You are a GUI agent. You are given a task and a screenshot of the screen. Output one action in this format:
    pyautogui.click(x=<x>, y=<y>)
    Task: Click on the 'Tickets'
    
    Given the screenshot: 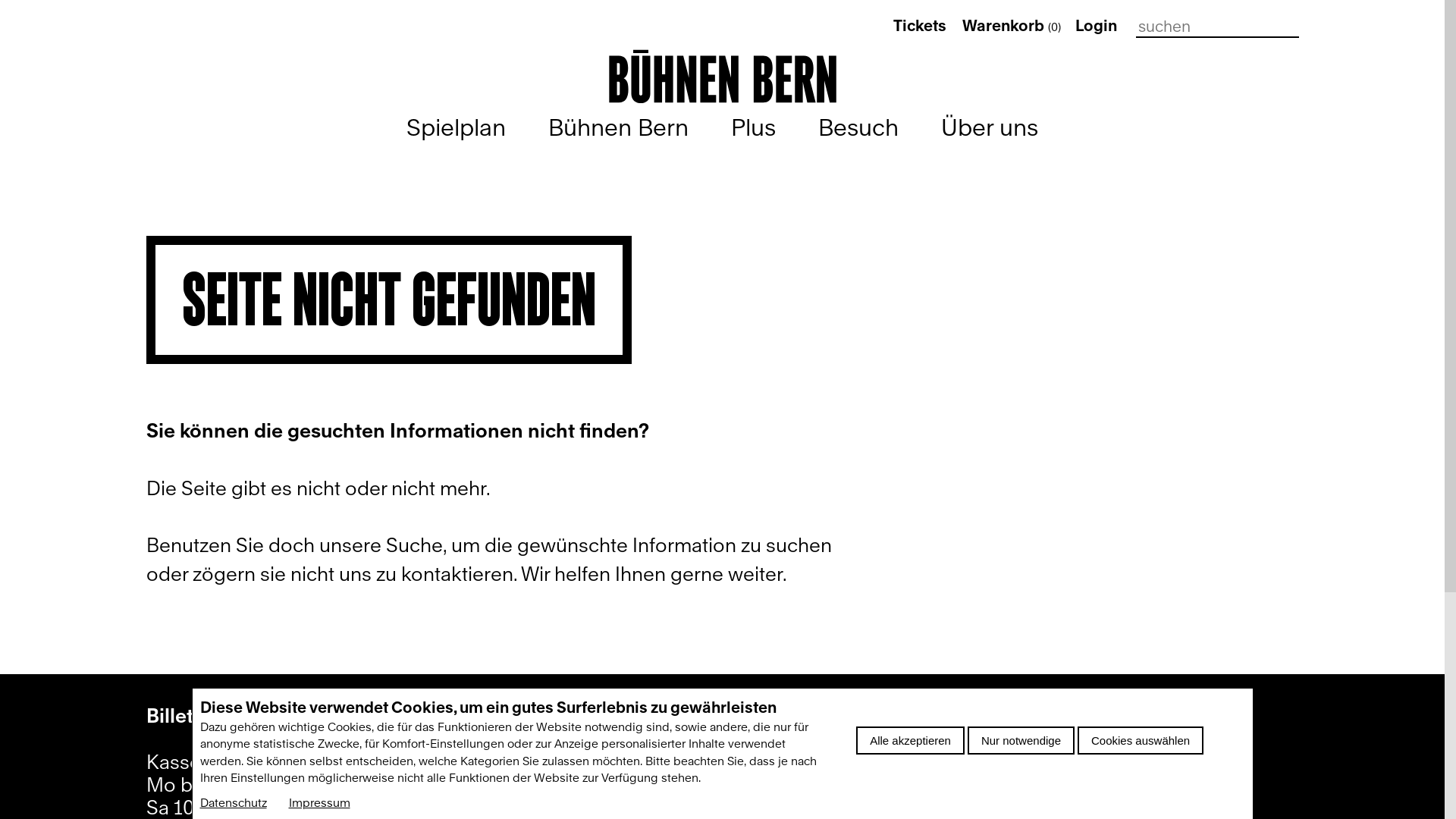 What is the action you would take?
    pyautogui.click(x=893, y=26)
    